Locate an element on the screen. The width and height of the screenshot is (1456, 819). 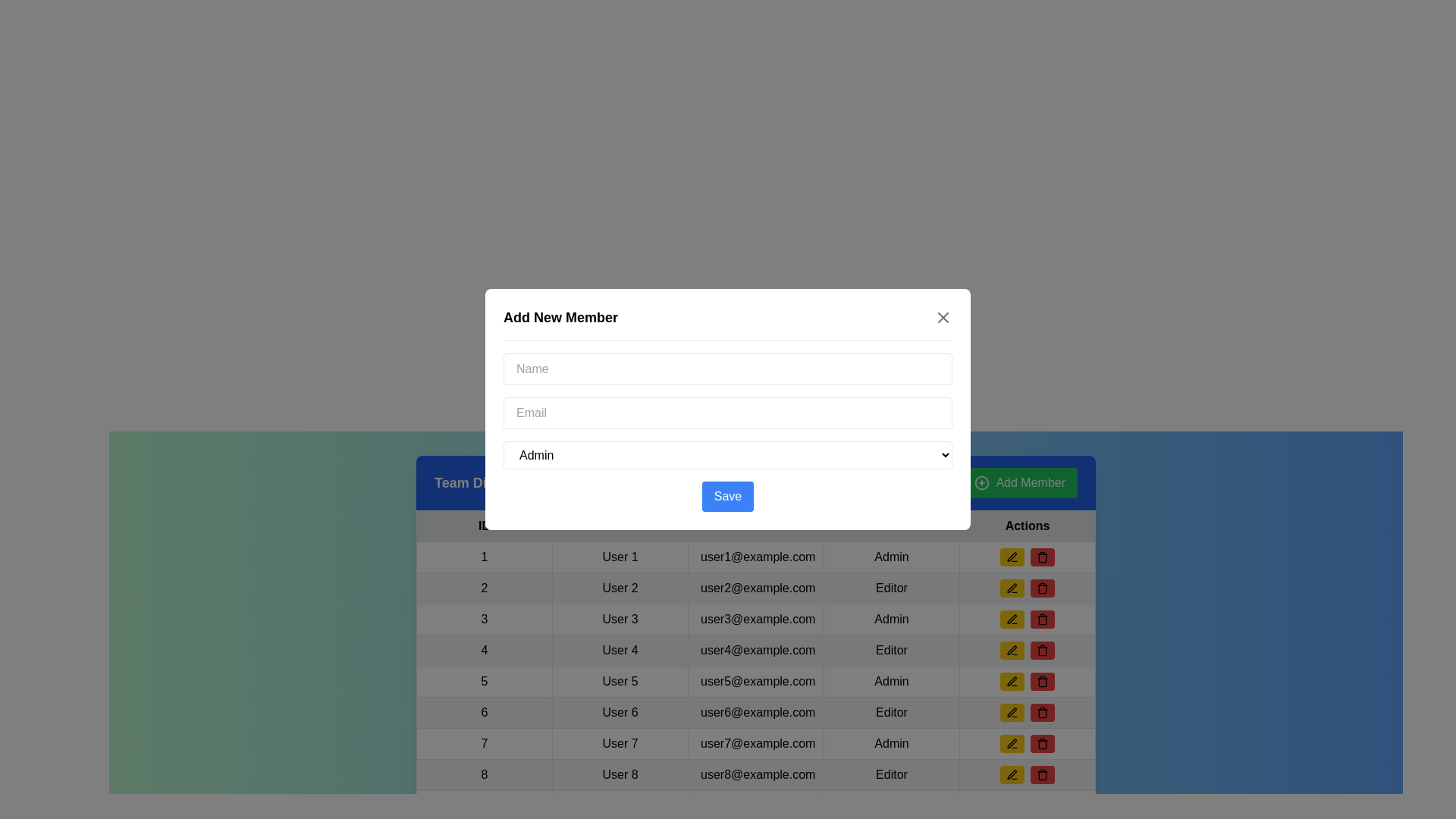
the Trash Icon, which is a minimalistic black trash bin icon located within a red button in the 'Actions' column of the data table is located at coordinates (1041, 557).